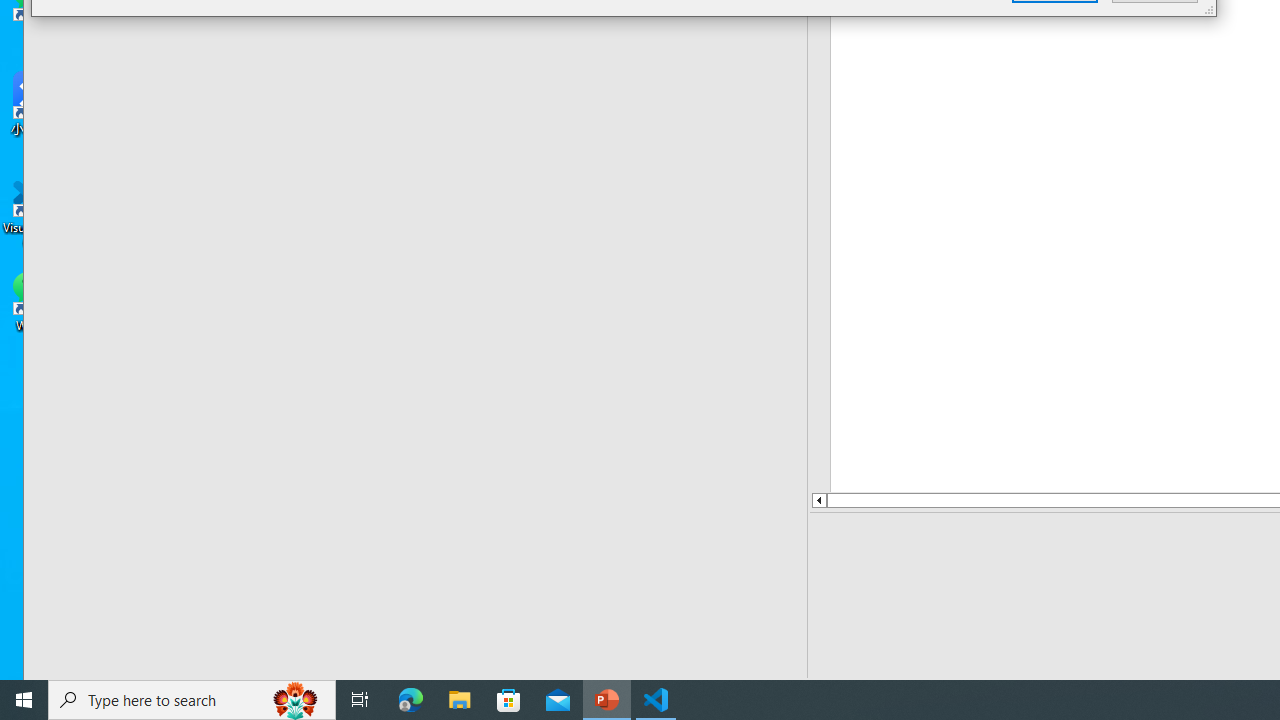 This screenshot has width=1280, height=720. Describe the element at coordinates (606, 698) in the screenshot. I see `'PowerPoint - 1 running window'` at that location.